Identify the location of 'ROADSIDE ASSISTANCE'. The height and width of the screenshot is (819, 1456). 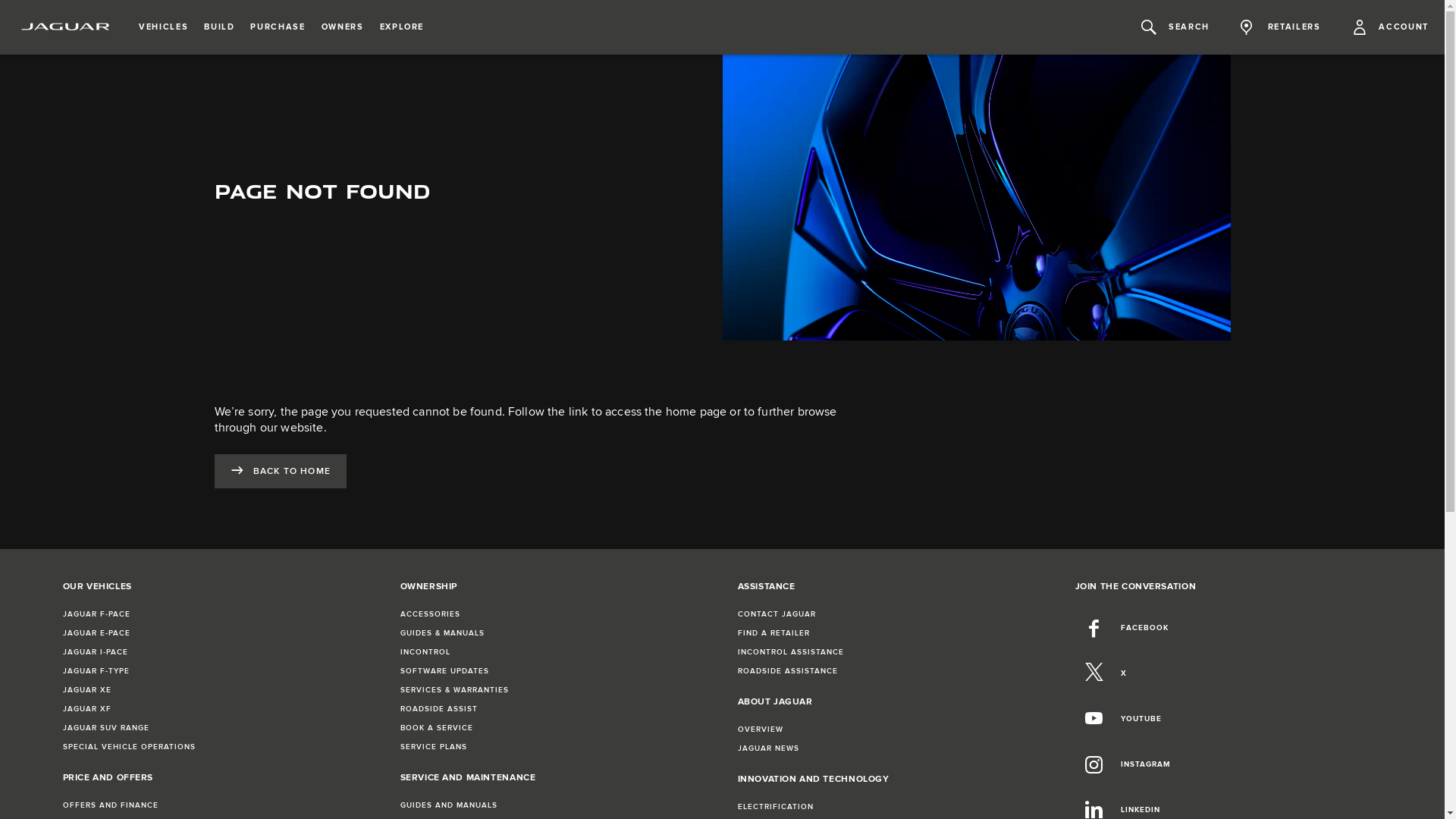
(786, 670).